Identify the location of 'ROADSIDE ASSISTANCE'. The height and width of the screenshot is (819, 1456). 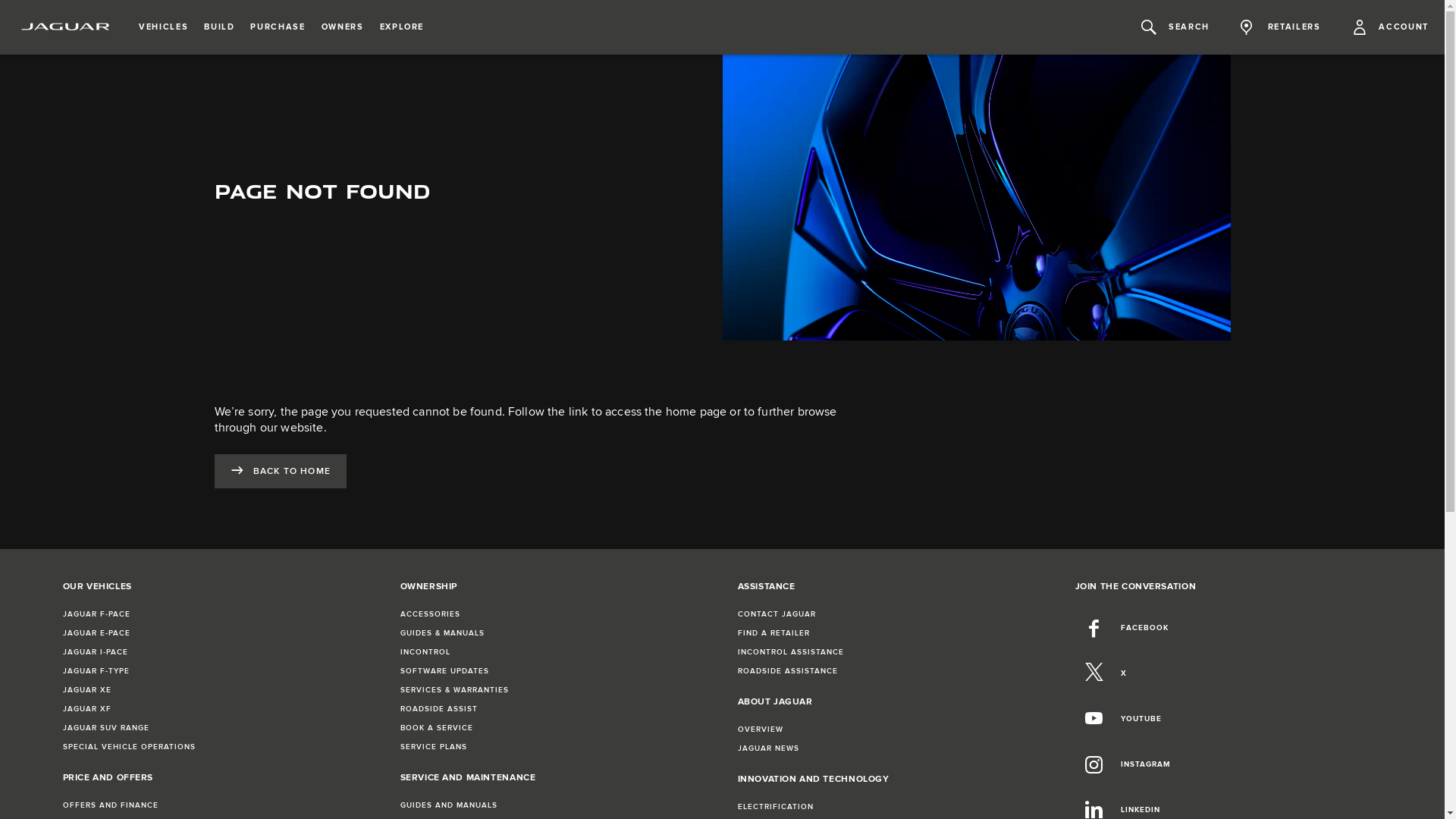
(786, 670).